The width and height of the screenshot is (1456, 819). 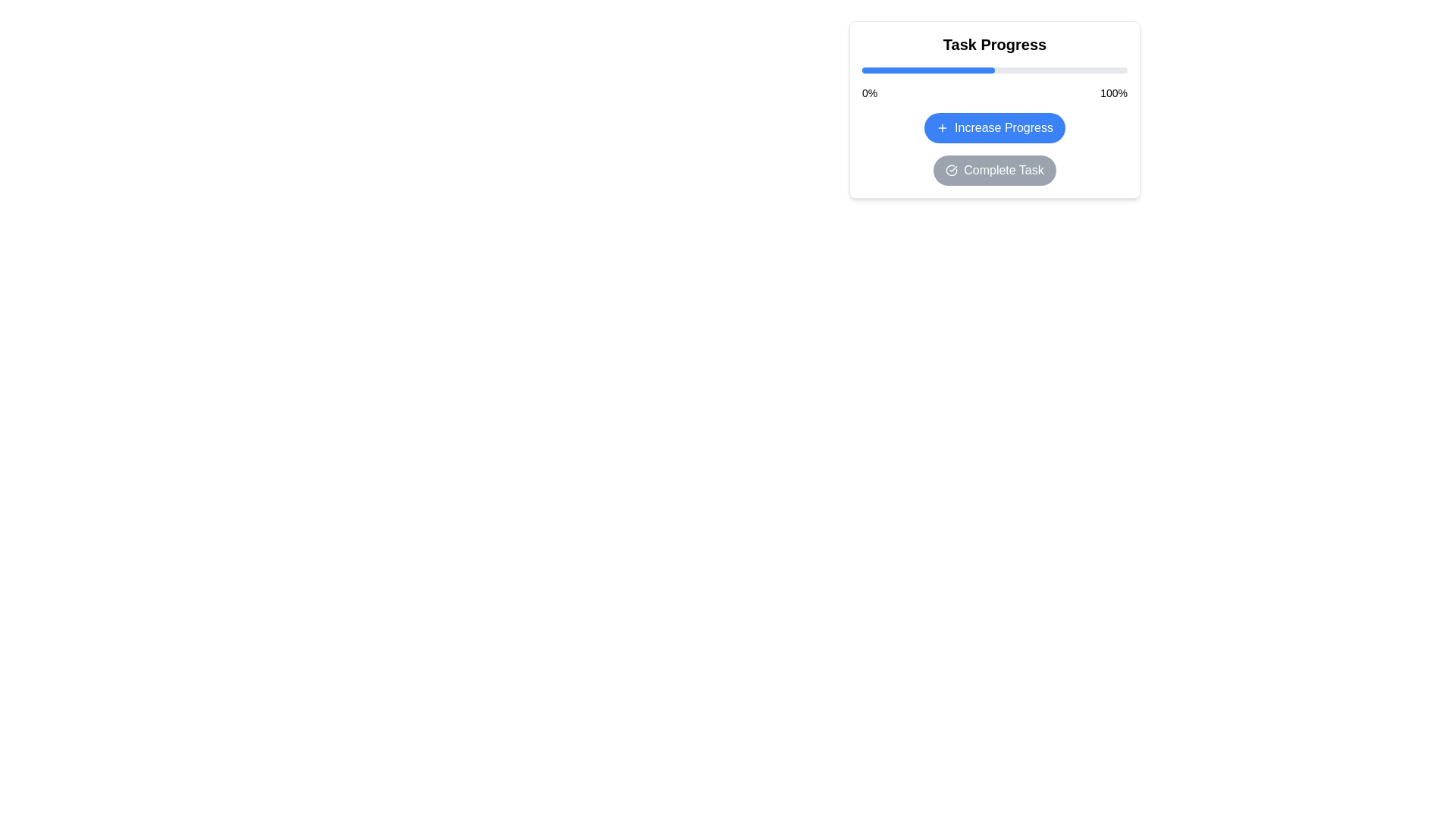 I want to click on the text label of the 'Increase Progress' button, which indicates its purpose to increase progress in the associated task, so click(x=1004, y=127).